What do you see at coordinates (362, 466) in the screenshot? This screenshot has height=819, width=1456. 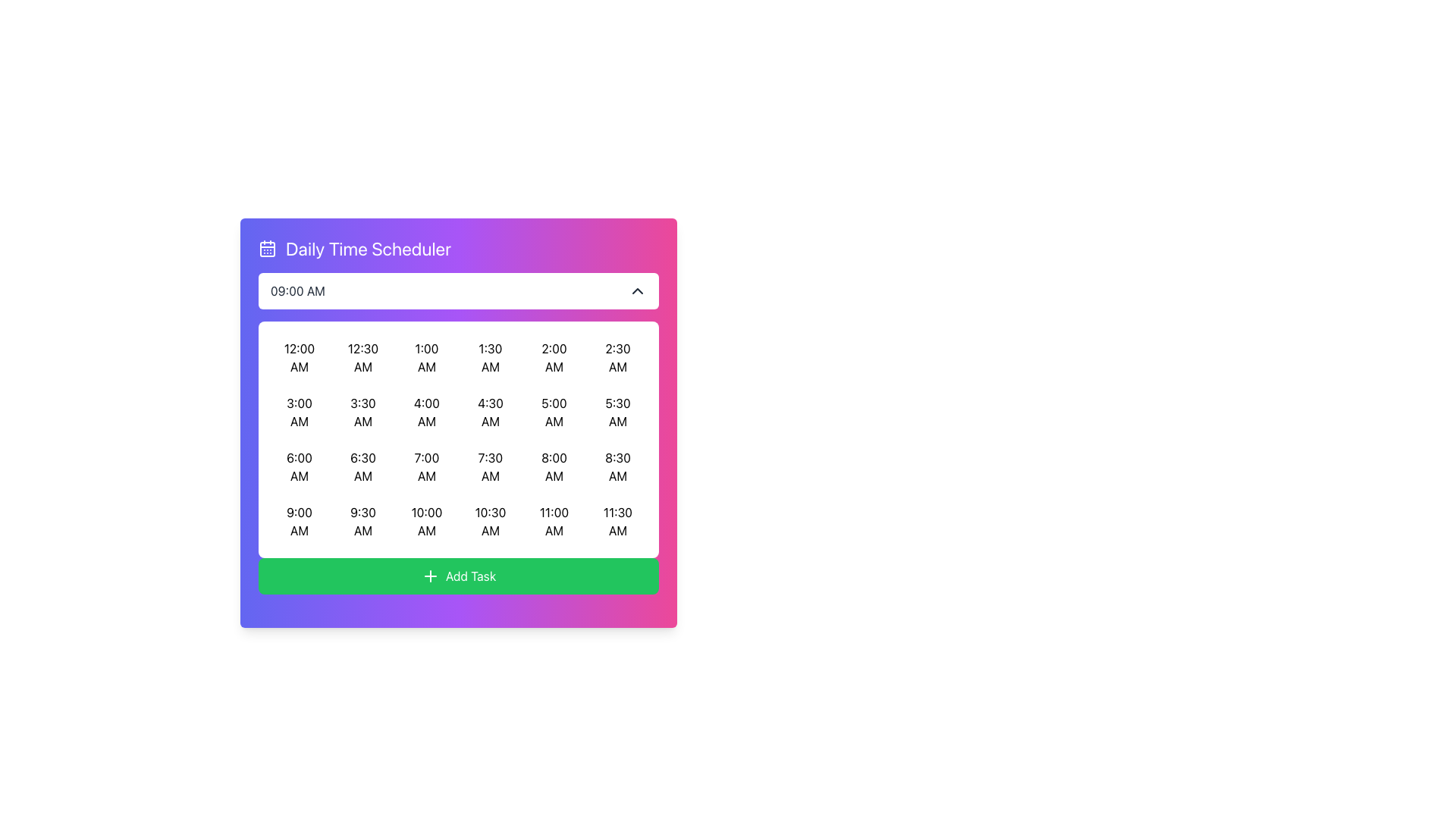 I see `the selectable time slot button located in the fourth row and second column of the daily schedule grid` at bounding box center [362, 466].